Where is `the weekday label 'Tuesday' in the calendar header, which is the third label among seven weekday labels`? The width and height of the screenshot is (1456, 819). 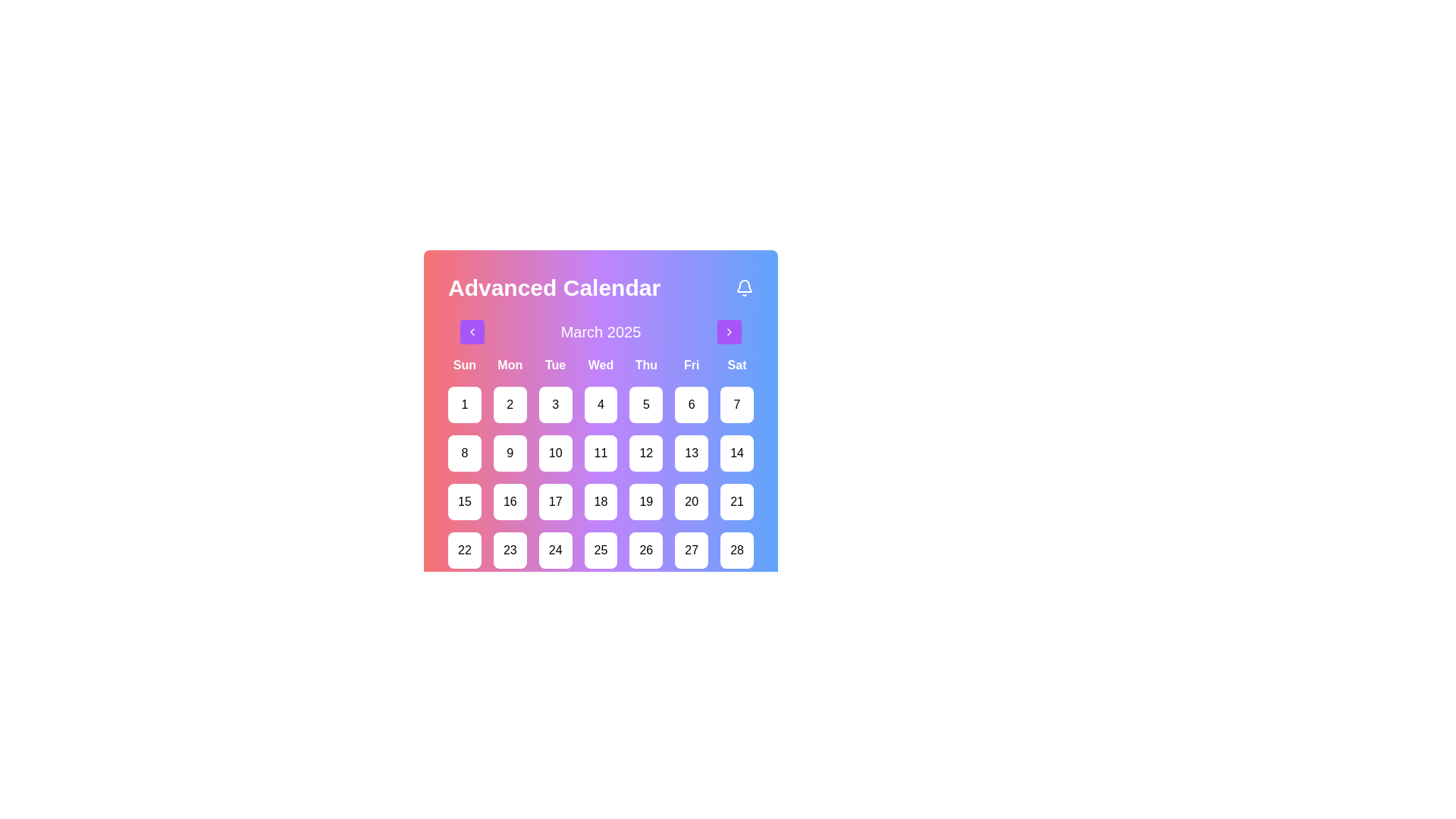
the weekday label 'Tuesday' in the calendar header, which is the third label among seven weekday labels is located at coordinates (554, 366).